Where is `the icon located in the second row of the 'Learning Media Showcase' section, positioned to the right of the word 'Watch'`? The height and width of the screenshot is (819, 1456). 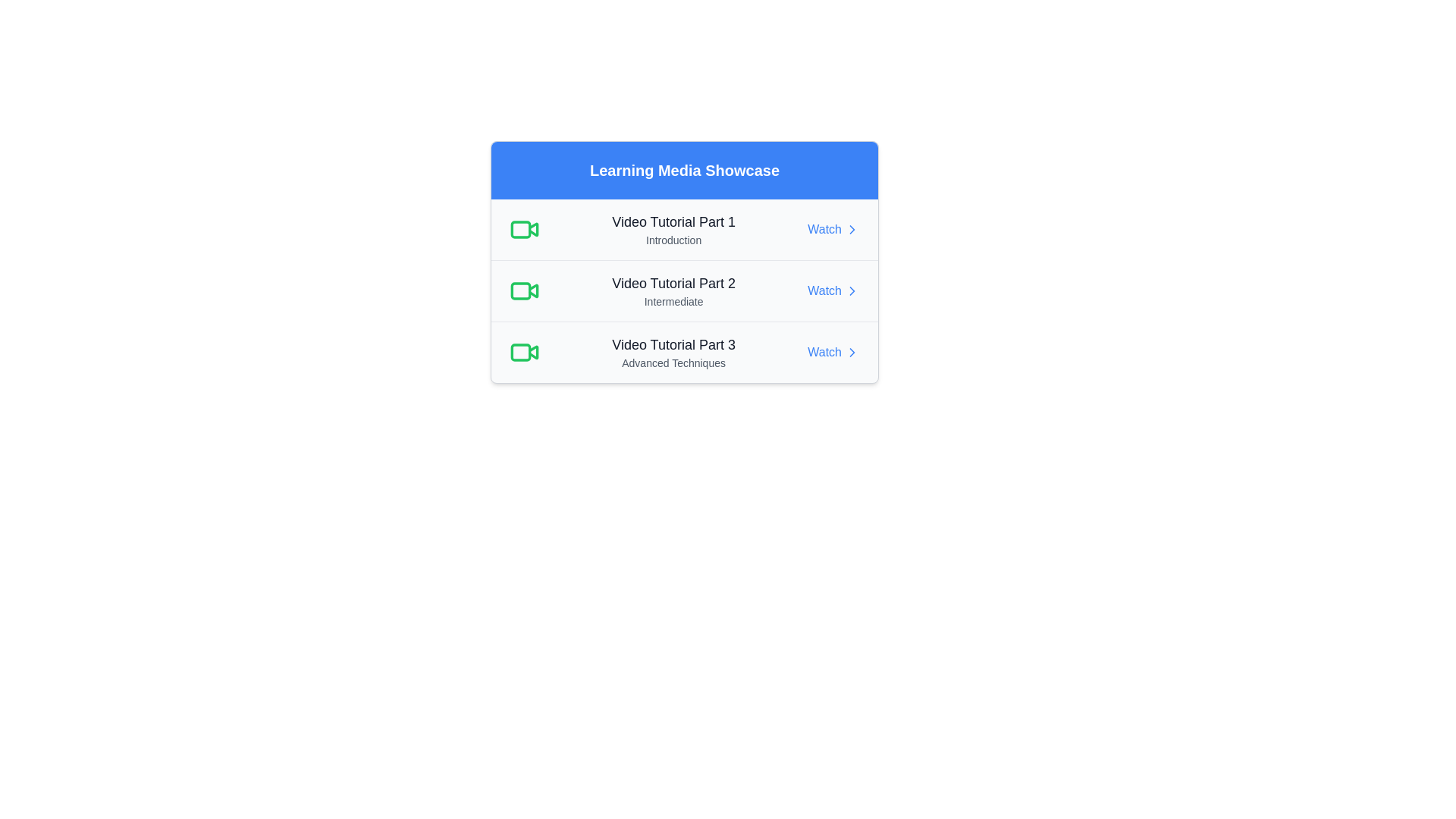
the icon located in the second row of the 'Learning Media Showcase' section, positioned to the right of the word 'Watch' is located at coordinates (852, 291).